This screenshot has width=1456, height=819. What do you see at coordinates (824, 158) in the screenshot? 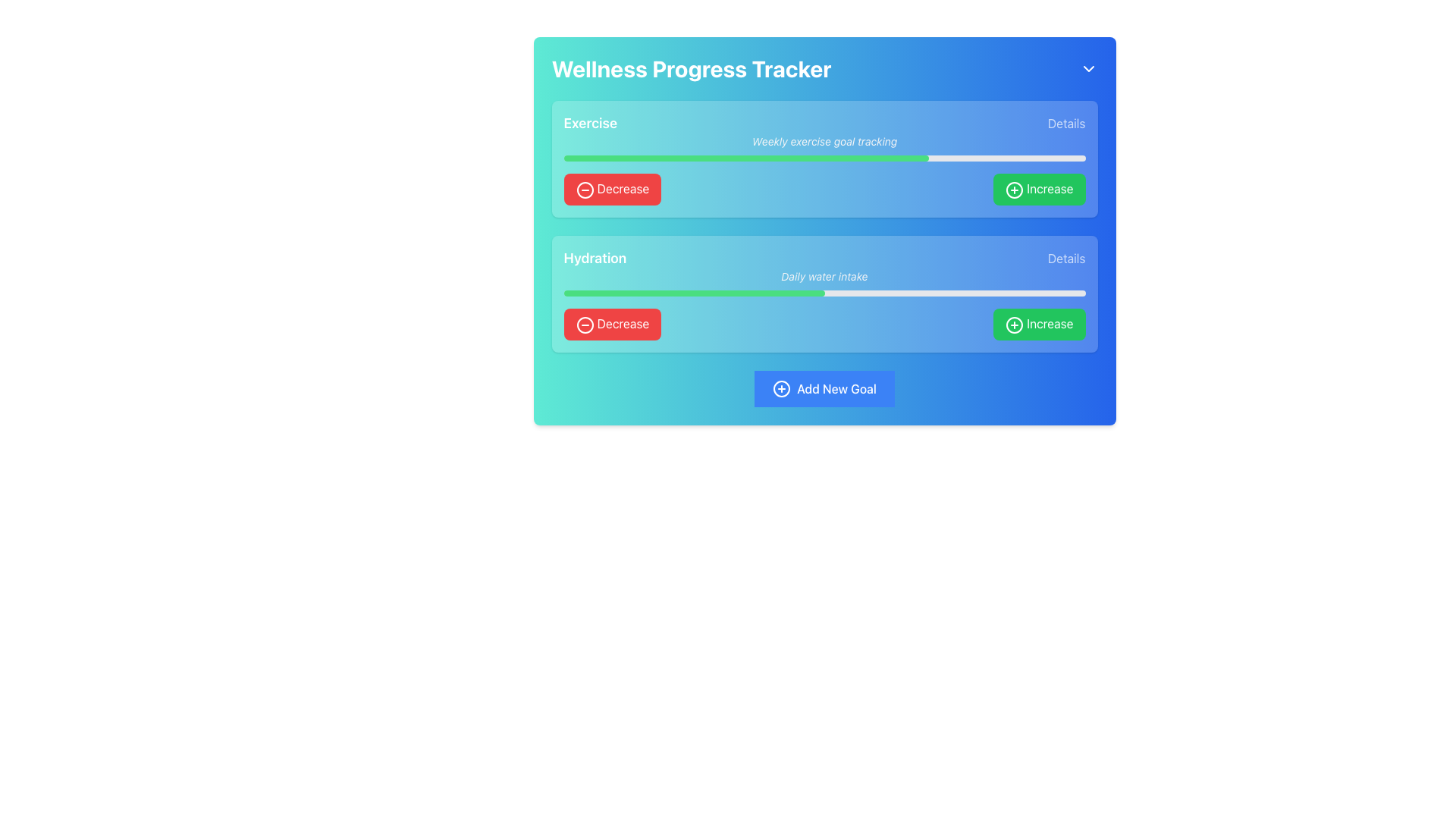
I see `the horizontal progress bar styled with a gray background and a green segment, located beneath the 'Weekly exercise goal tracking' text in the exercise tracking section` at bounding box center [824, 158].